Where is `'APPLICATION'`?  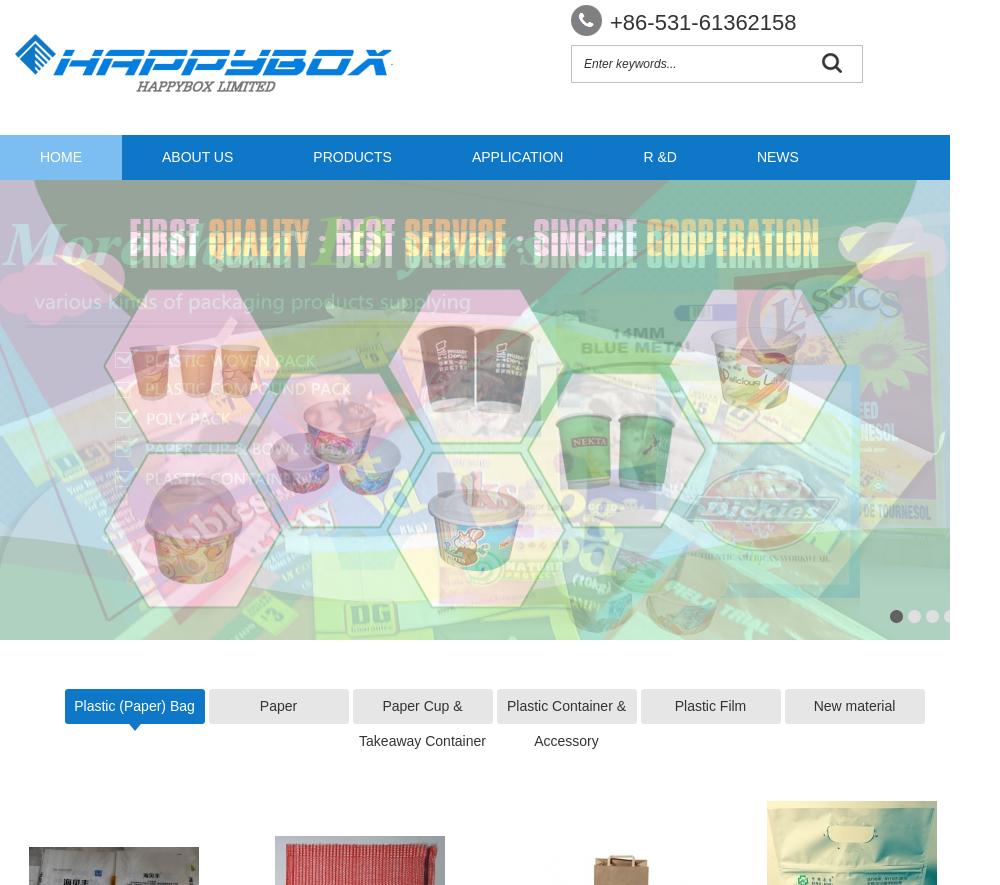 'APPLICATION' is located at coordinates (517, 155).